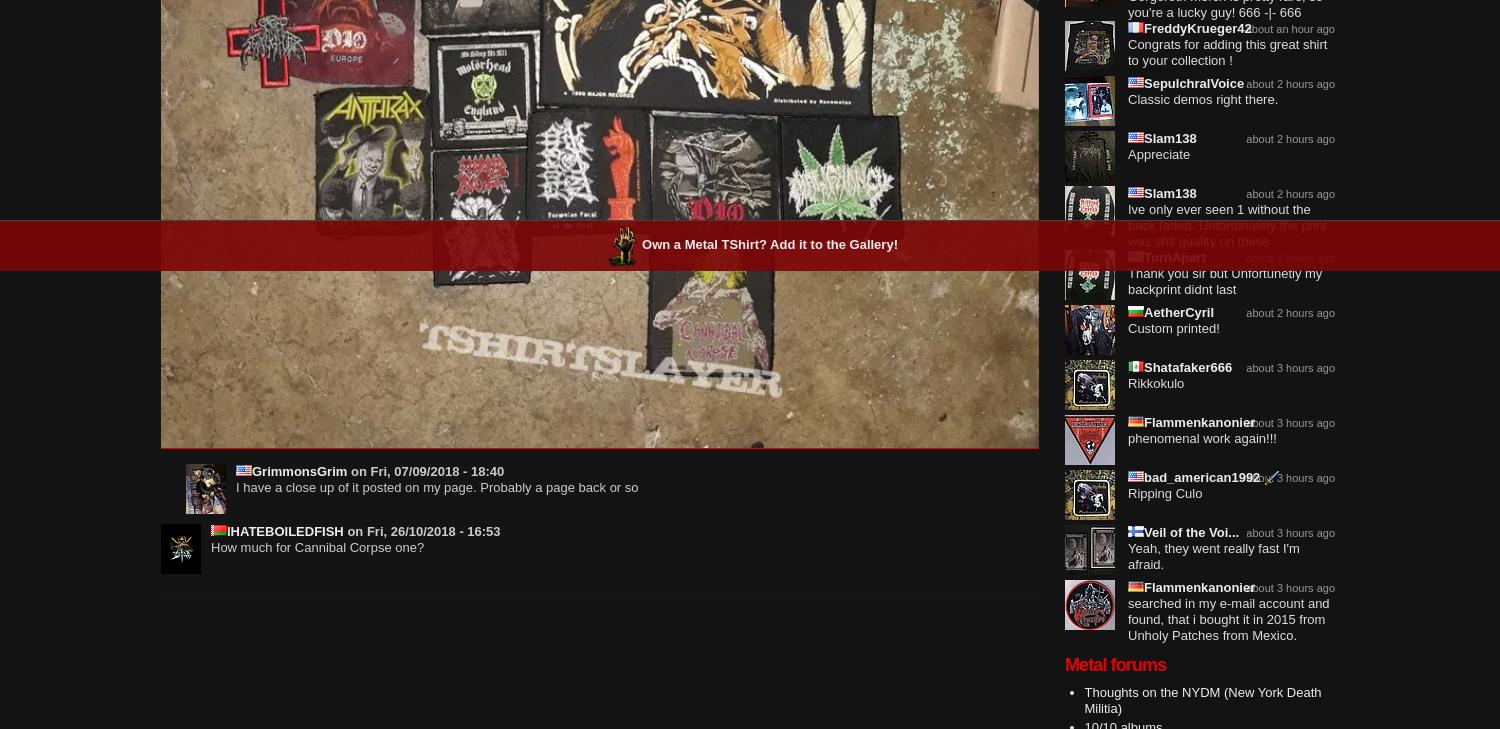  I want to click on 'I have a close up of it posted on my page. Probably a page back or so', so click(436, 487).